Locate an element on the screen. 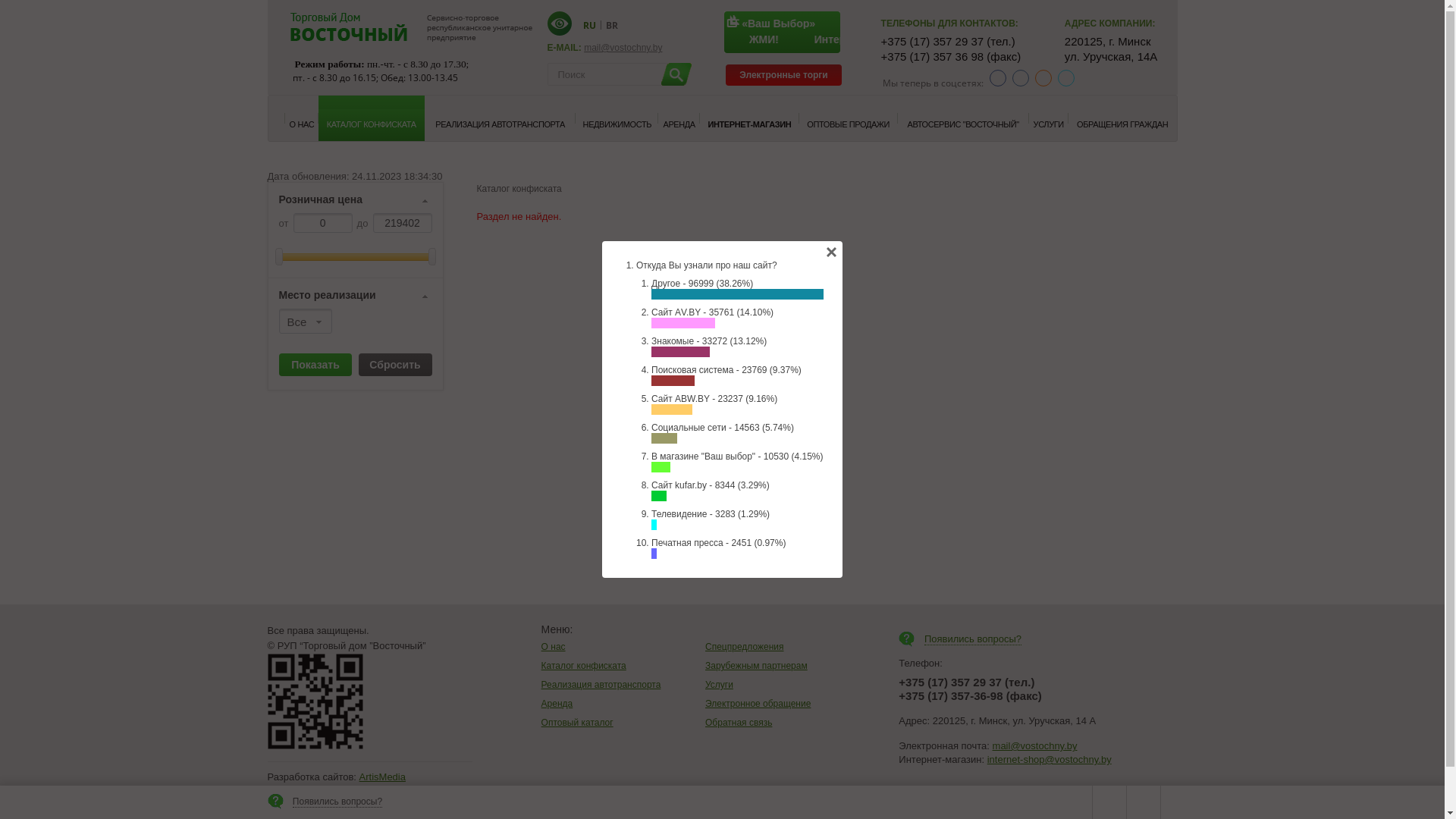 This screenshot has height=819, width=1456. 'mail@vostochny.by' is located at coordinates (1034, 745).